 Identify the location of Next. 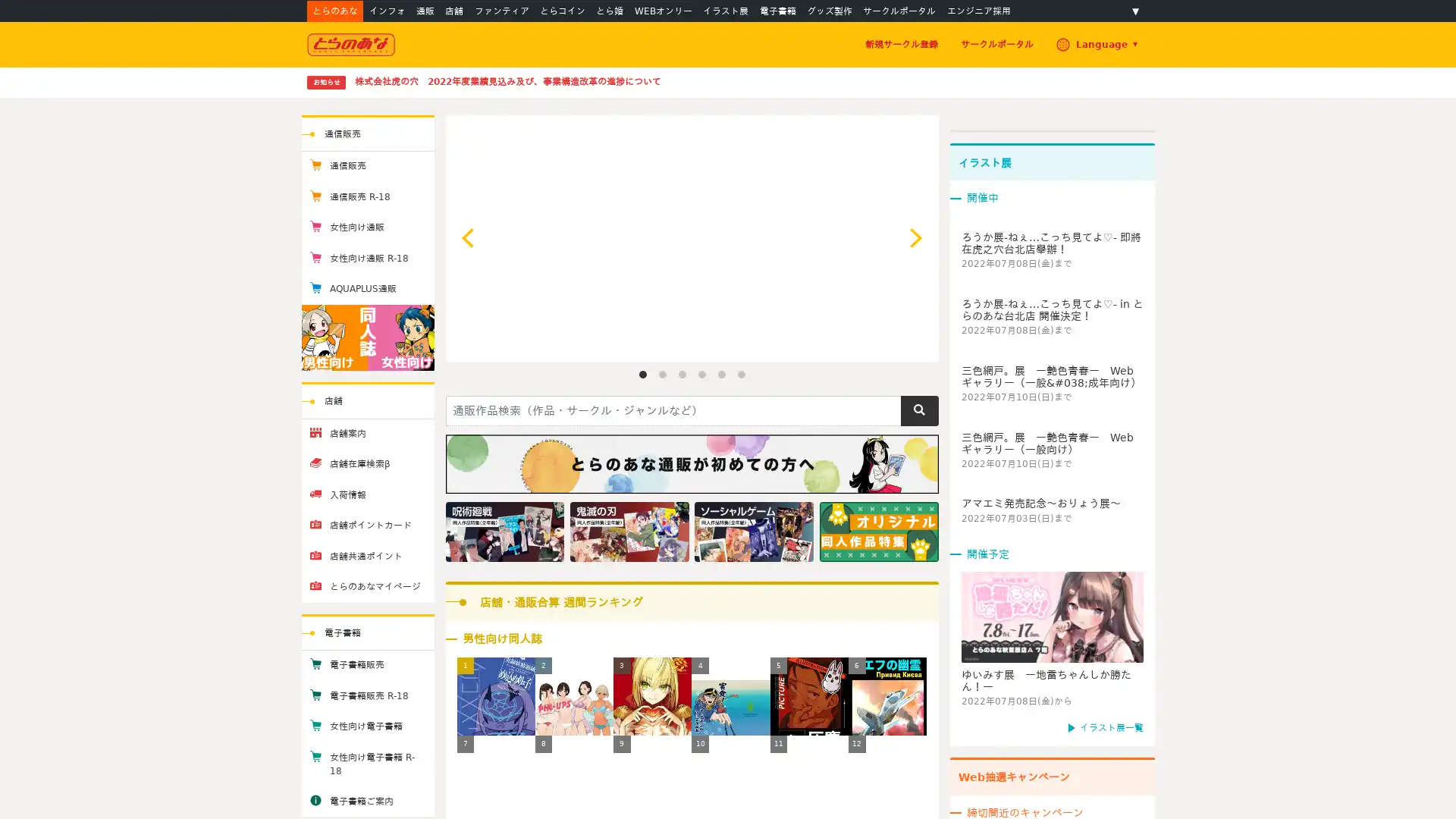
(912, 237).